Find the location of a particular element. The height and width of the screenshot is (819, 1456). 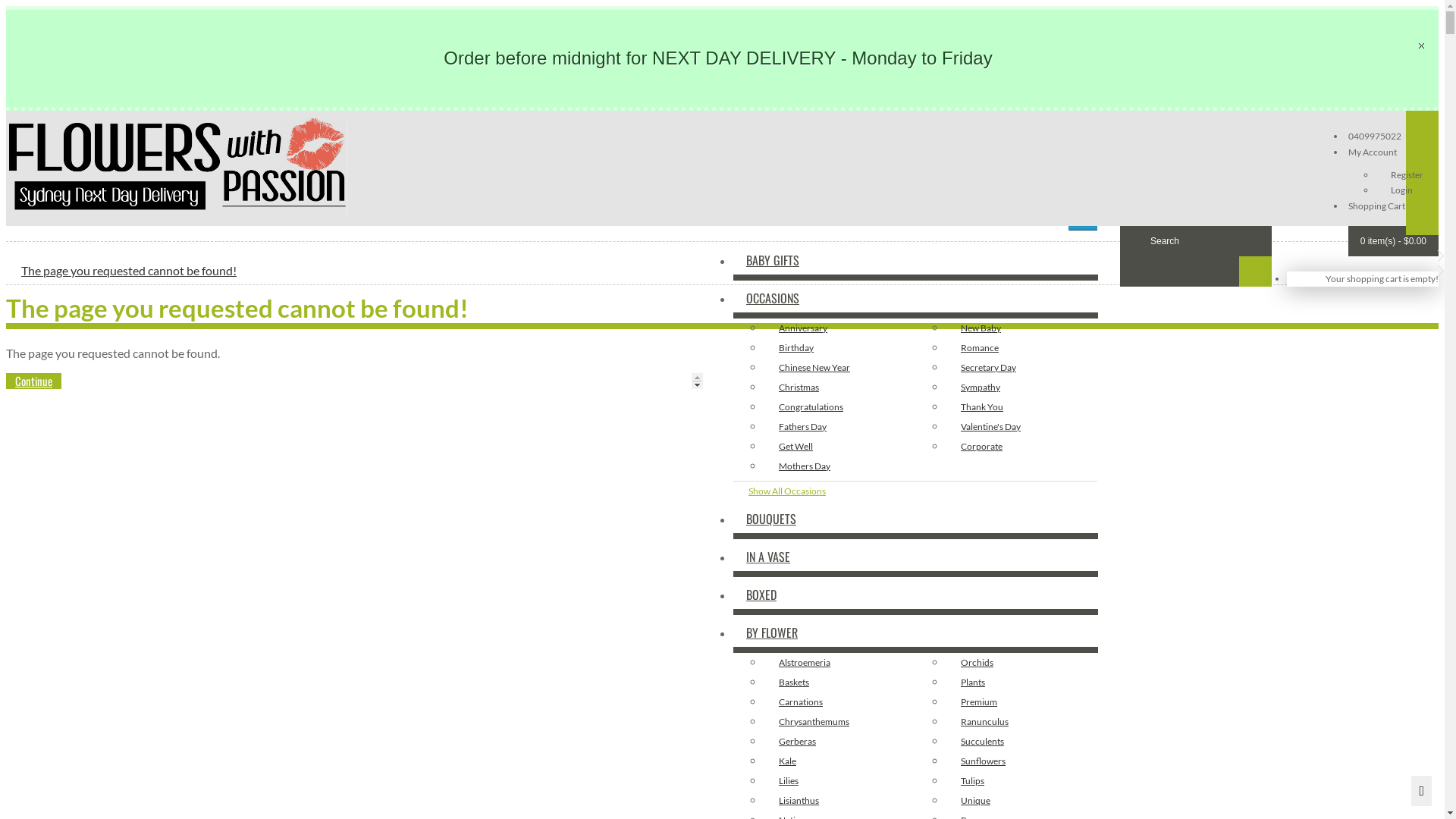

'Login' is located at coordinates (1401, 188).